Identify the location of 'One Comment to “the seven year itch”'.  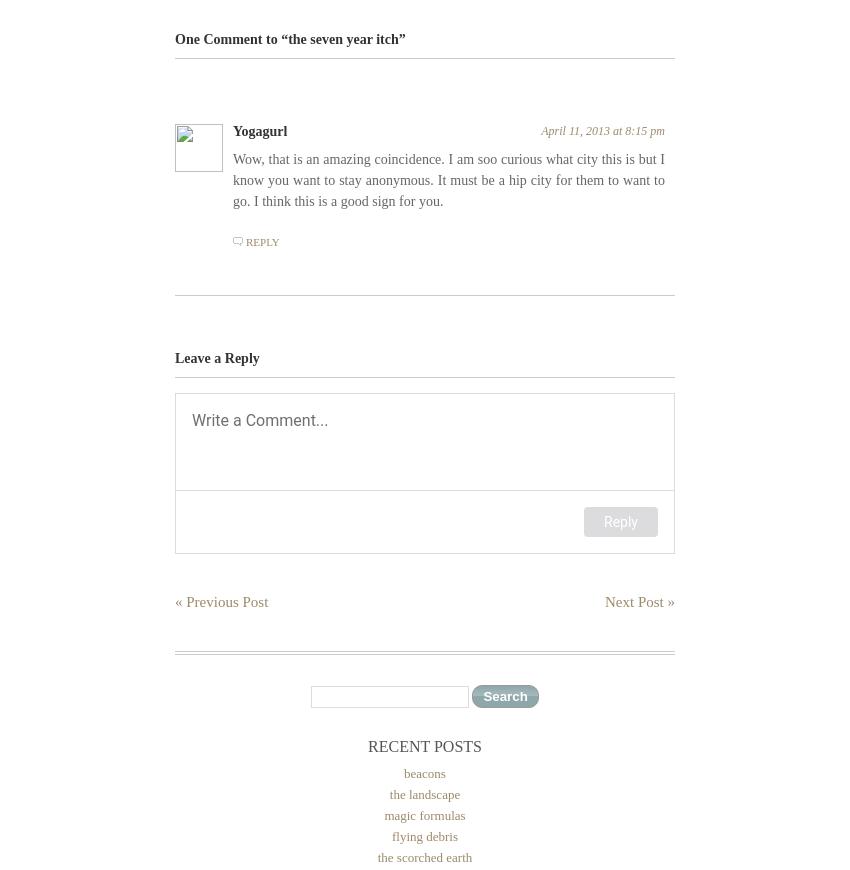
(174, 37).